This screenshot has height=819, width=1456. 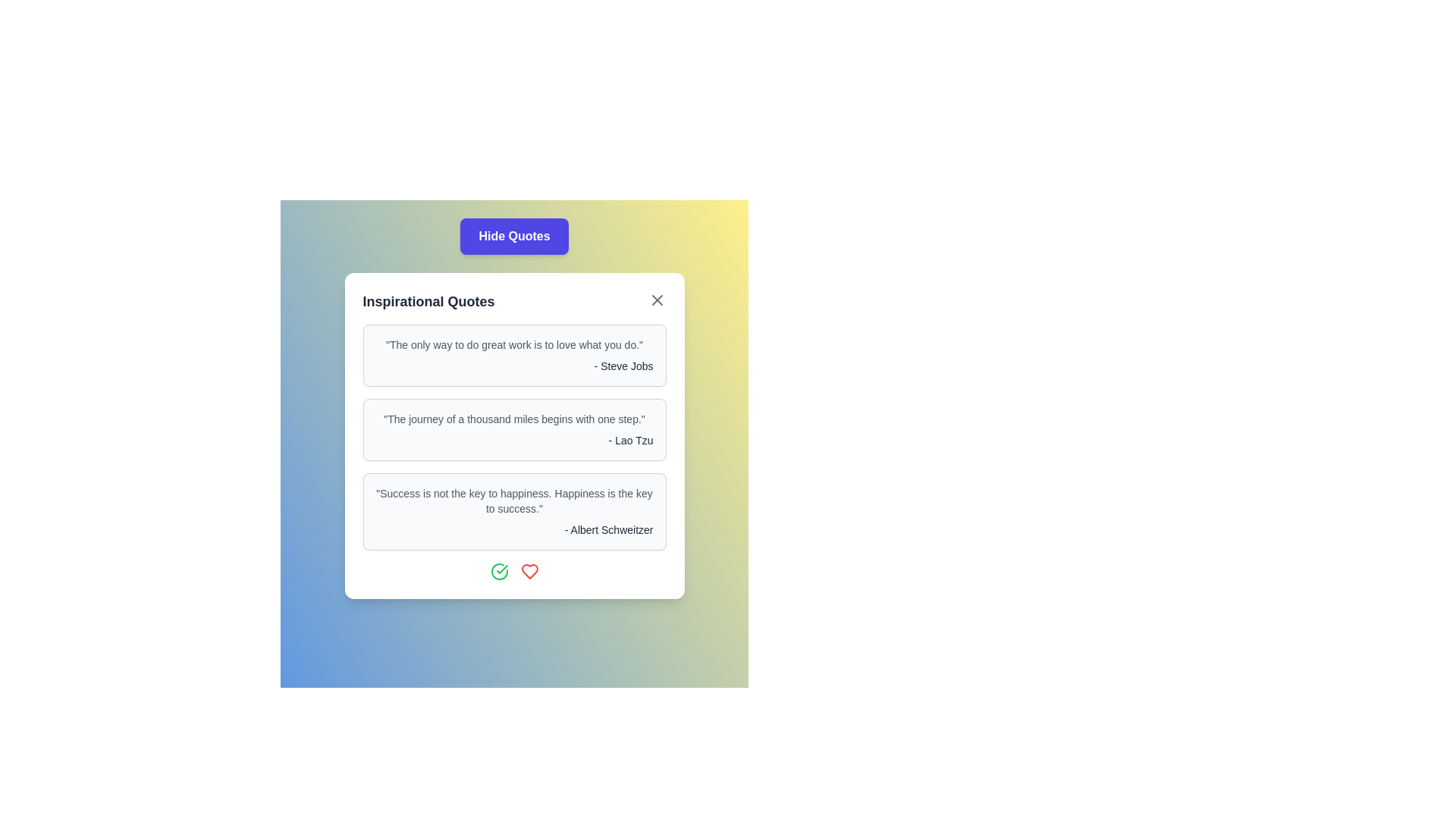 I want to click on the main content text of the motivational quote block, which is centrally aligned and positioned above the attribution '- Steve Jobs', so click(x=514, y=345).